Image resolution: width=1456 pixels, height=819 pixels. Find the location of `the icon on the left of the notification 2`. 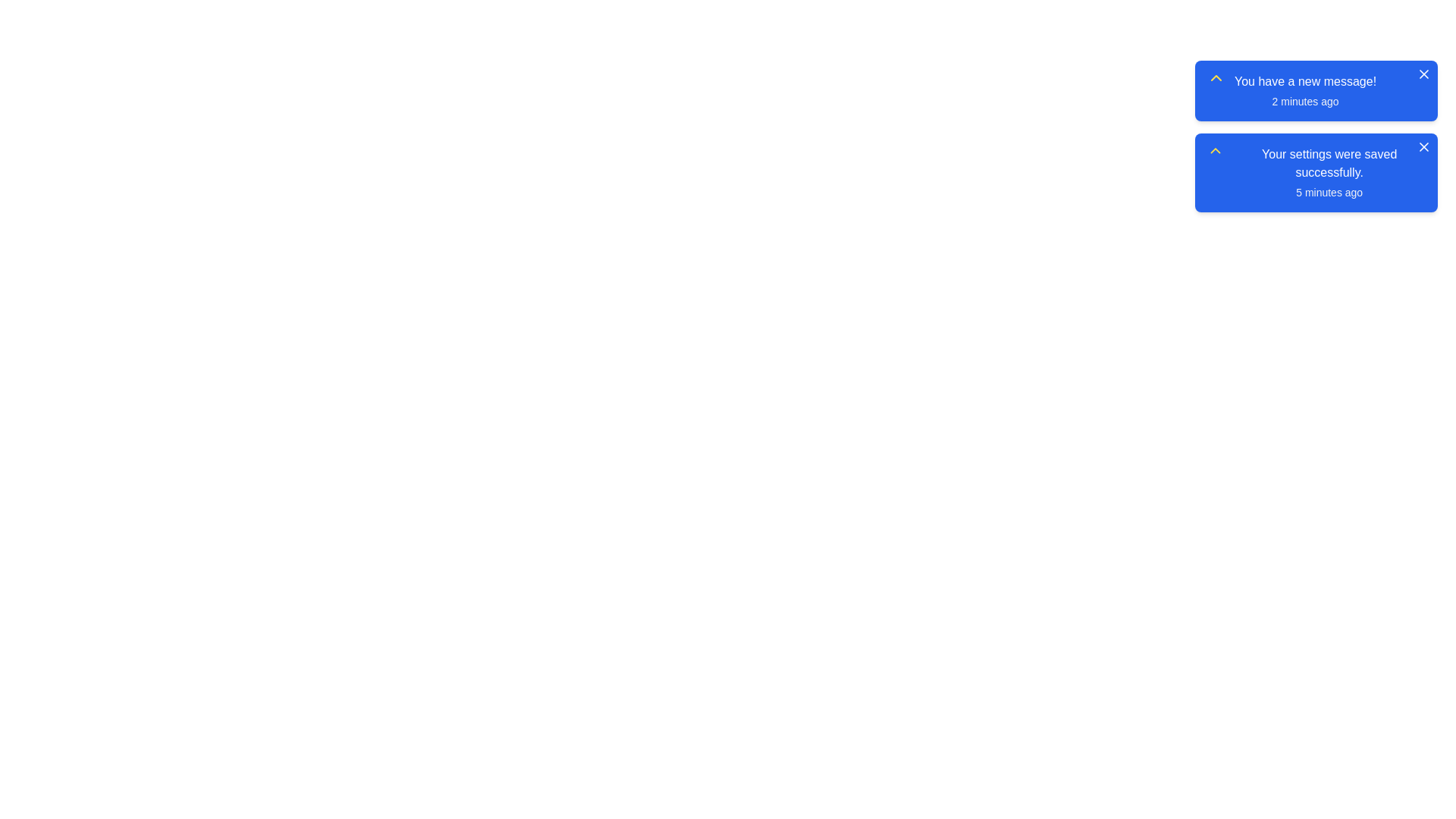

the icon on the left of the notification 2 is located at coordinates (1216, 152).